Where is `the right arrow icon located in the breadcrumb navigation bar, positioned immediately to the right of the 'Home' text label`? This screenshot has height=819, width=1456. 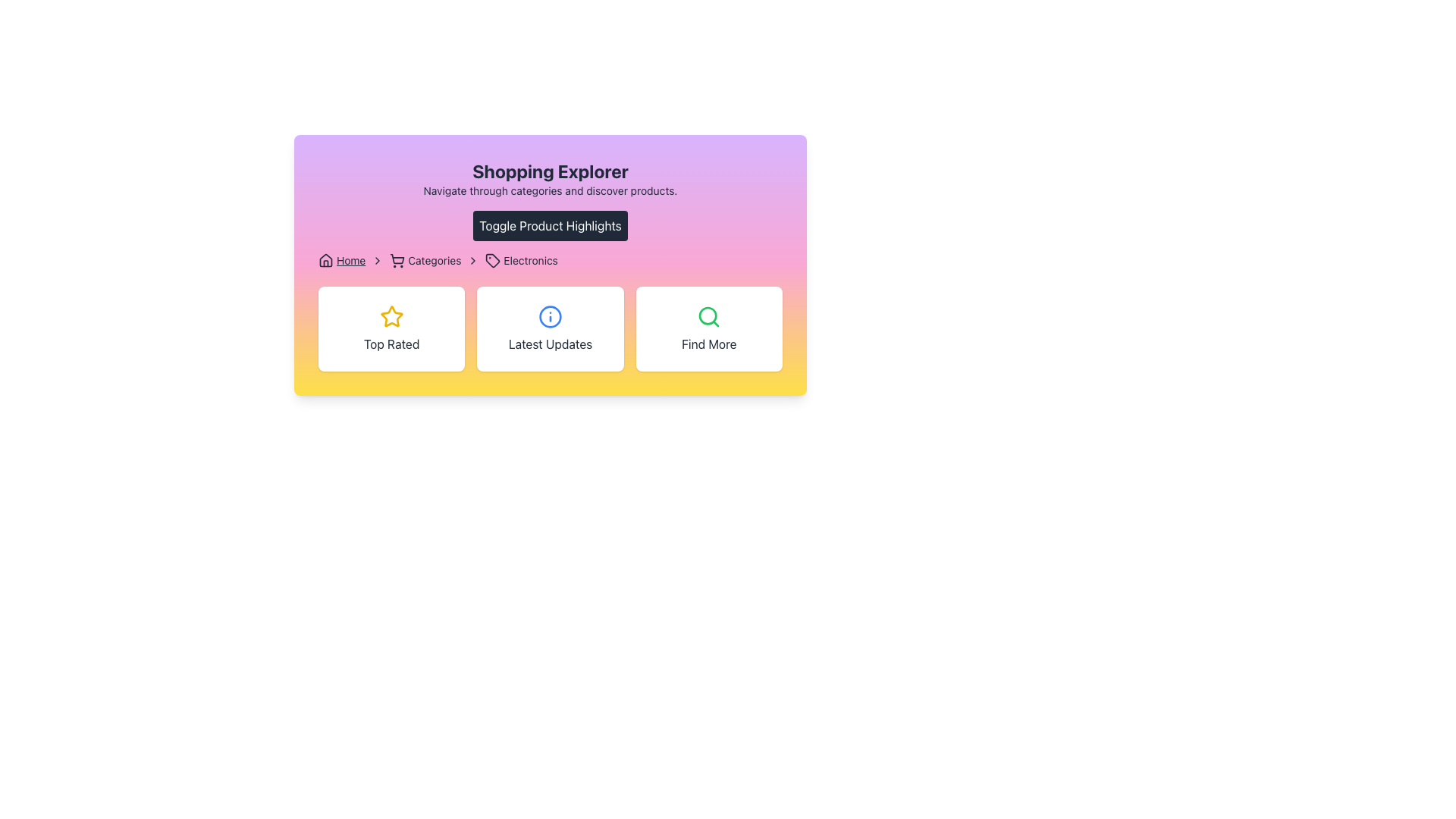
the right arrow icon located in the breadcrumb navigation bar, positioned immediately to the right of the 'Home' text label is located at coordinates (378, 259).